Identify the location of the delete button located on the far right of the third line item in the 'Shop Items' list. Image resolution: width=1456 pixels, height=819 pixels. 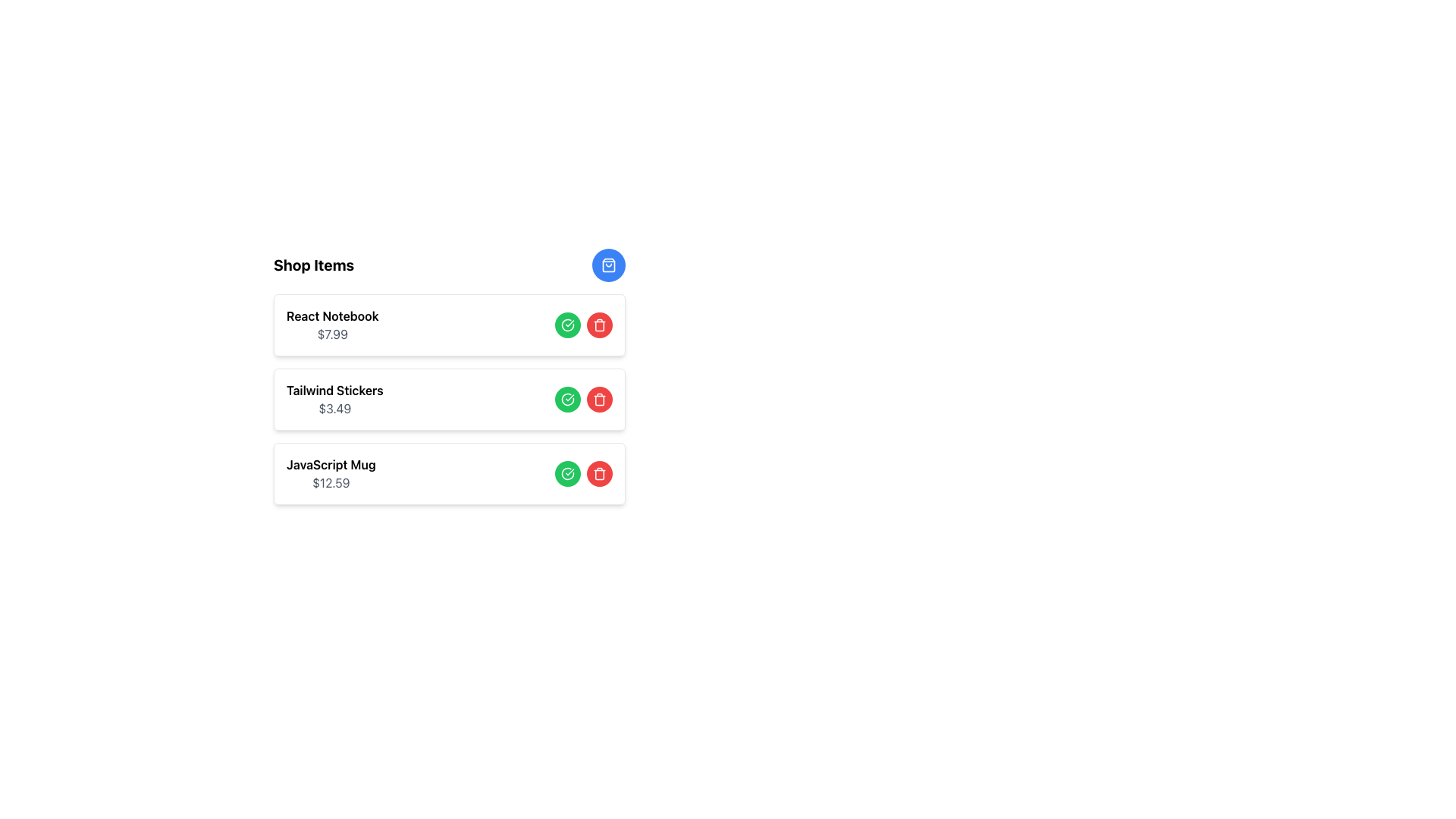
(599, 399).